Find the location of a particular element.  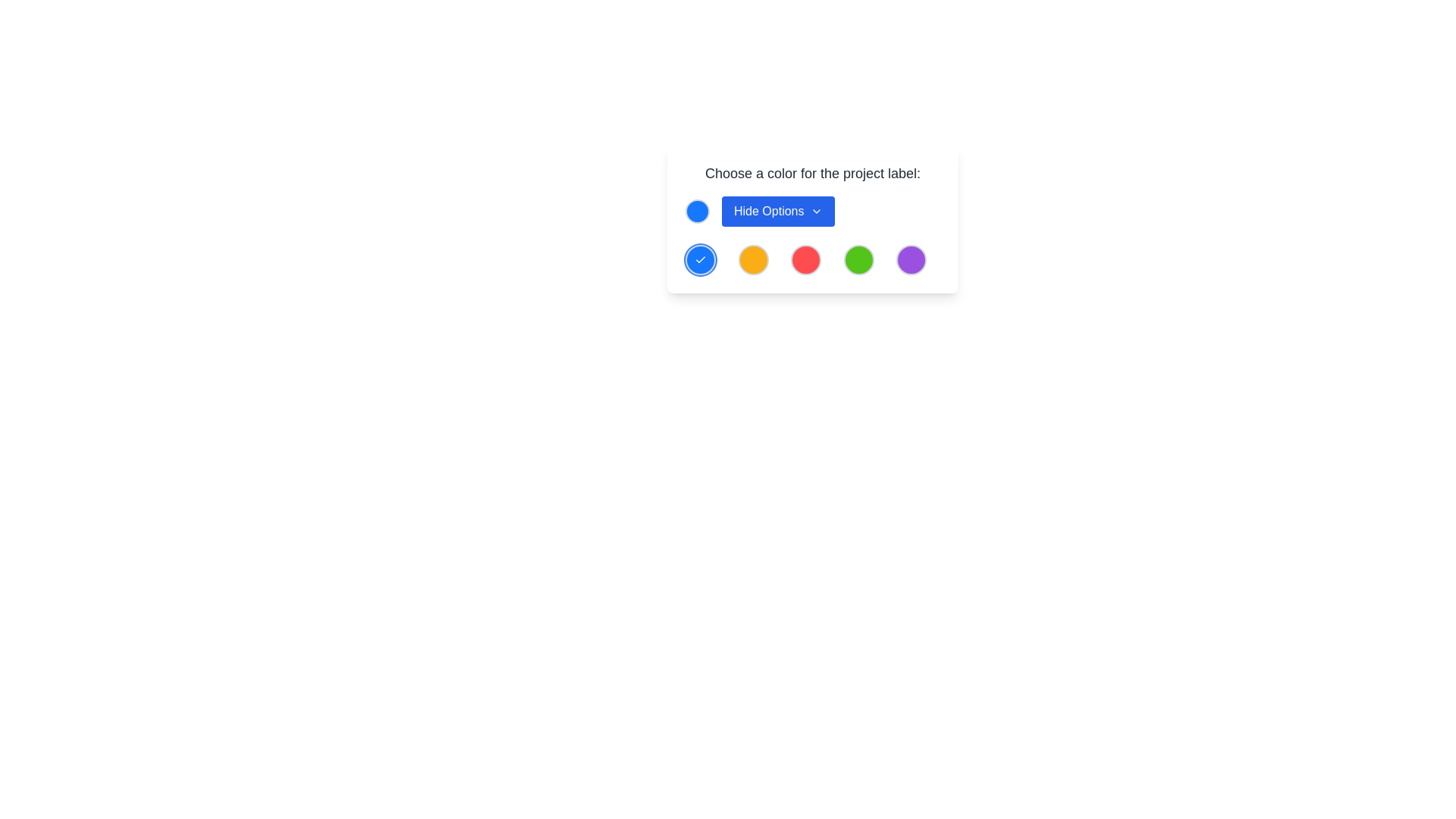

the color selection circles in the Grid Layout is located at coordinates (811, 259).